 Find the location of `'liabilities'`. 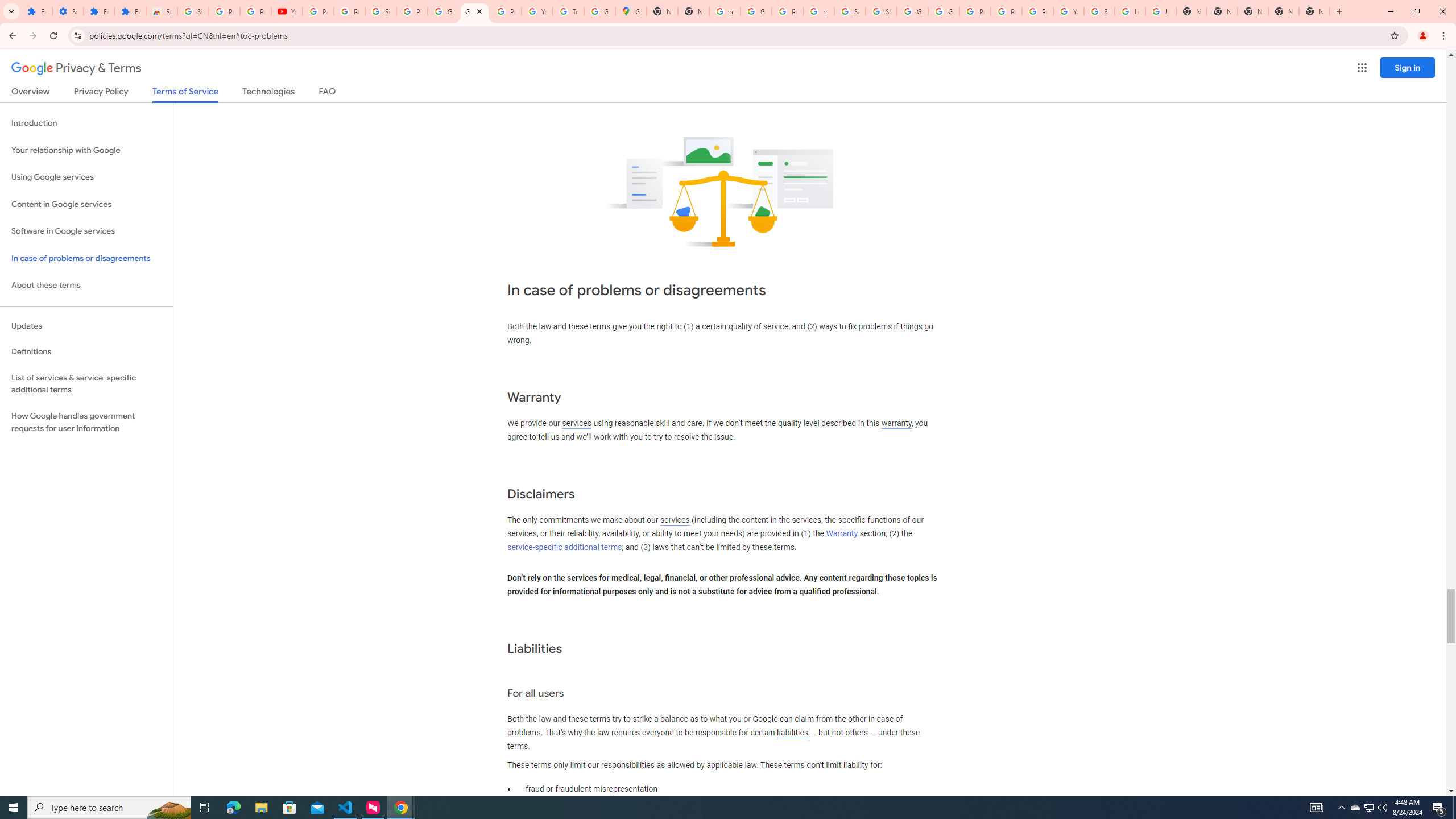

'liabilities' is located at coordinates (791, 732).